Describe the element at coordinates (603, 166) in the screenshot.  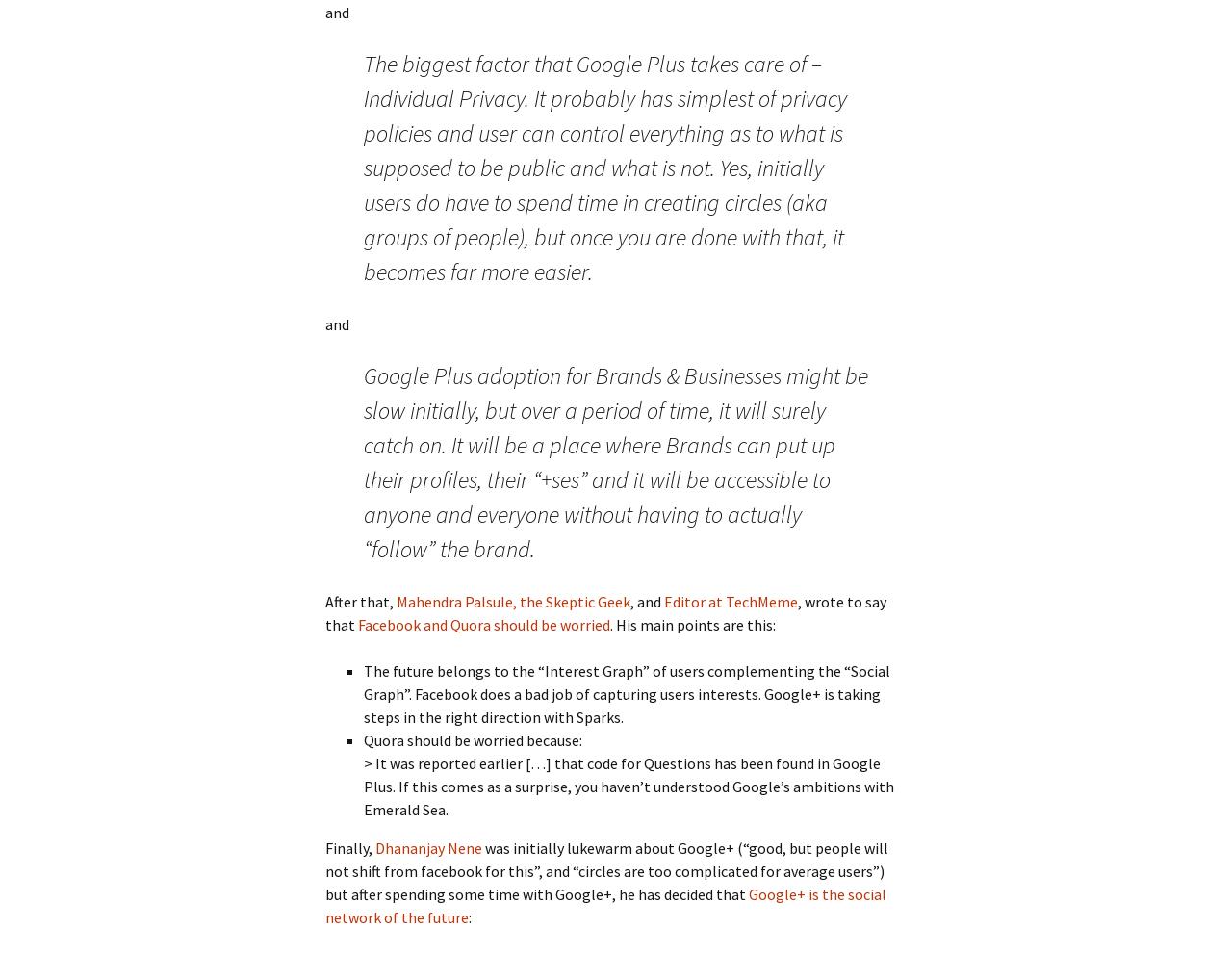
I see `'The biggest factor that Google Plus takes care of – Individual Privacy. It probably has simplest of privacy policies and user can control everything as to what is supposed to be public and what is not. Yes, initially users do have to spend time in creating circles (aka groups of people), but once you are done with that, it becomes far more easier.'` at that location.